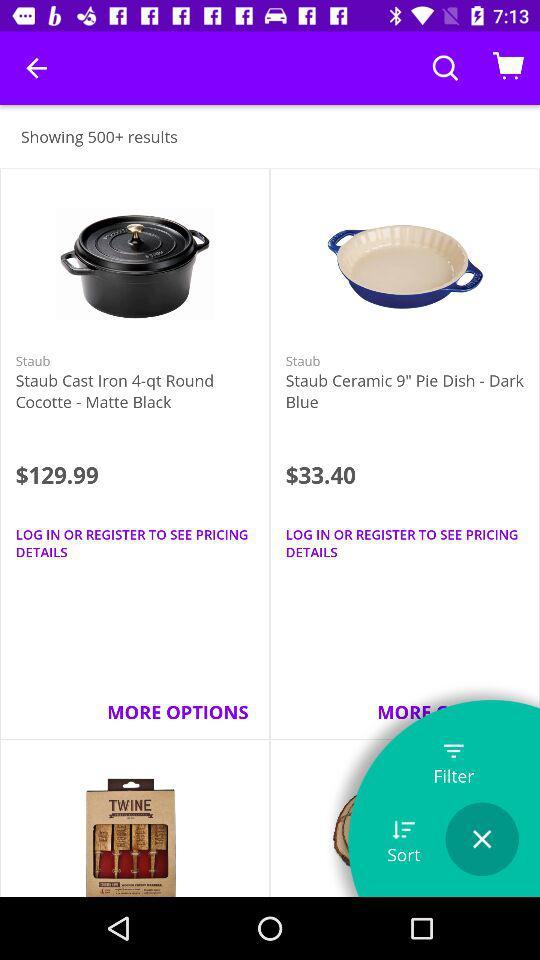  What do you see at coordinates (36, 68) in the screenshot?
I see `icon above showing 500+ results` at bounding box center [36, 68].